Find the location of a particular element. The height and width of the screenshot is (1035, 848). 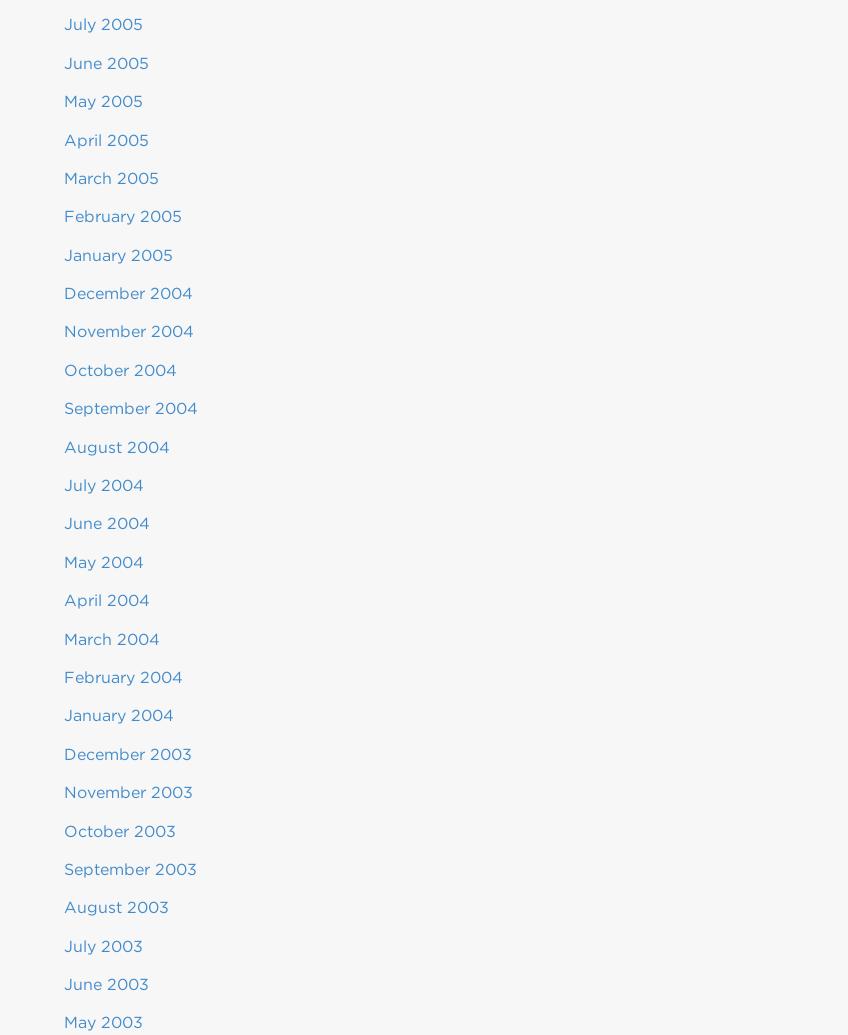

'July 2004' is located at coordinates (103, 485).